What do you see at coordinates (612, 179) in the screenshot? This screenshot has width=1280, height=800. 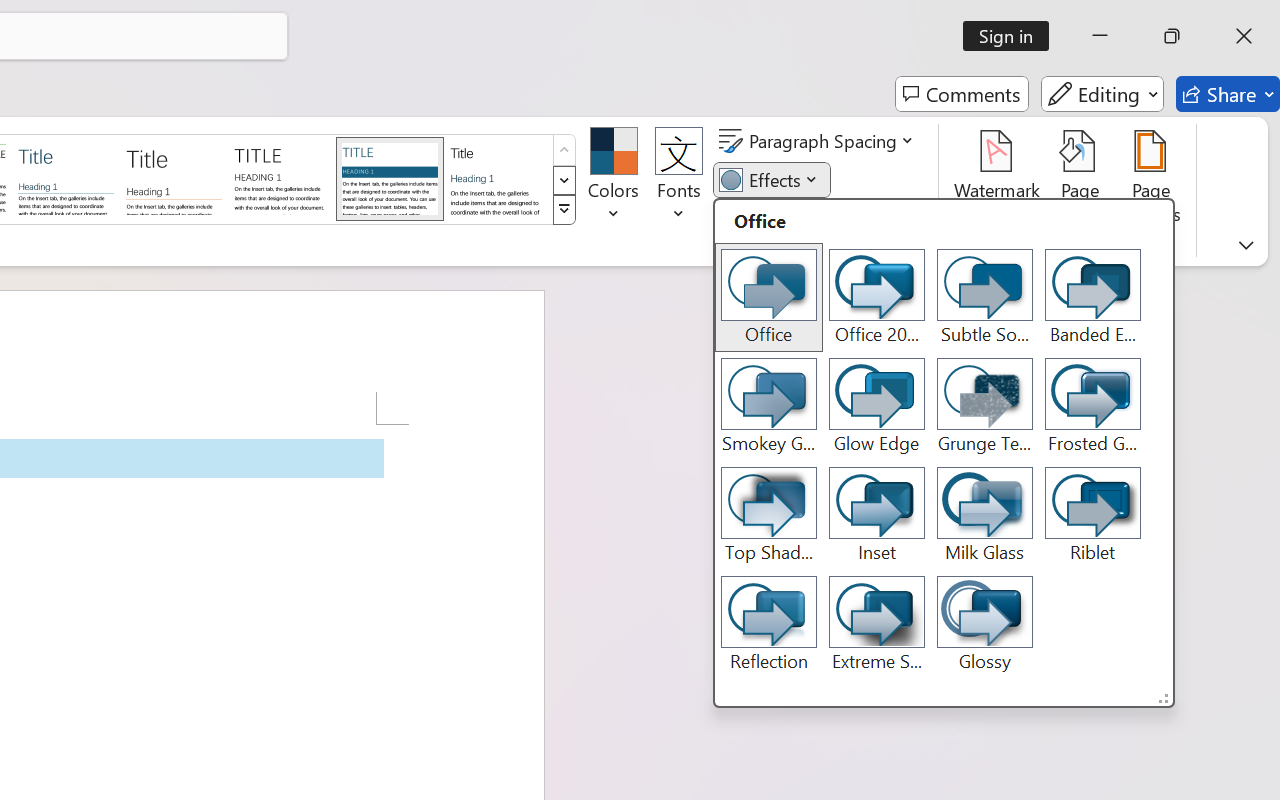 I see `'Colors'` at bounding box center [612, 179].